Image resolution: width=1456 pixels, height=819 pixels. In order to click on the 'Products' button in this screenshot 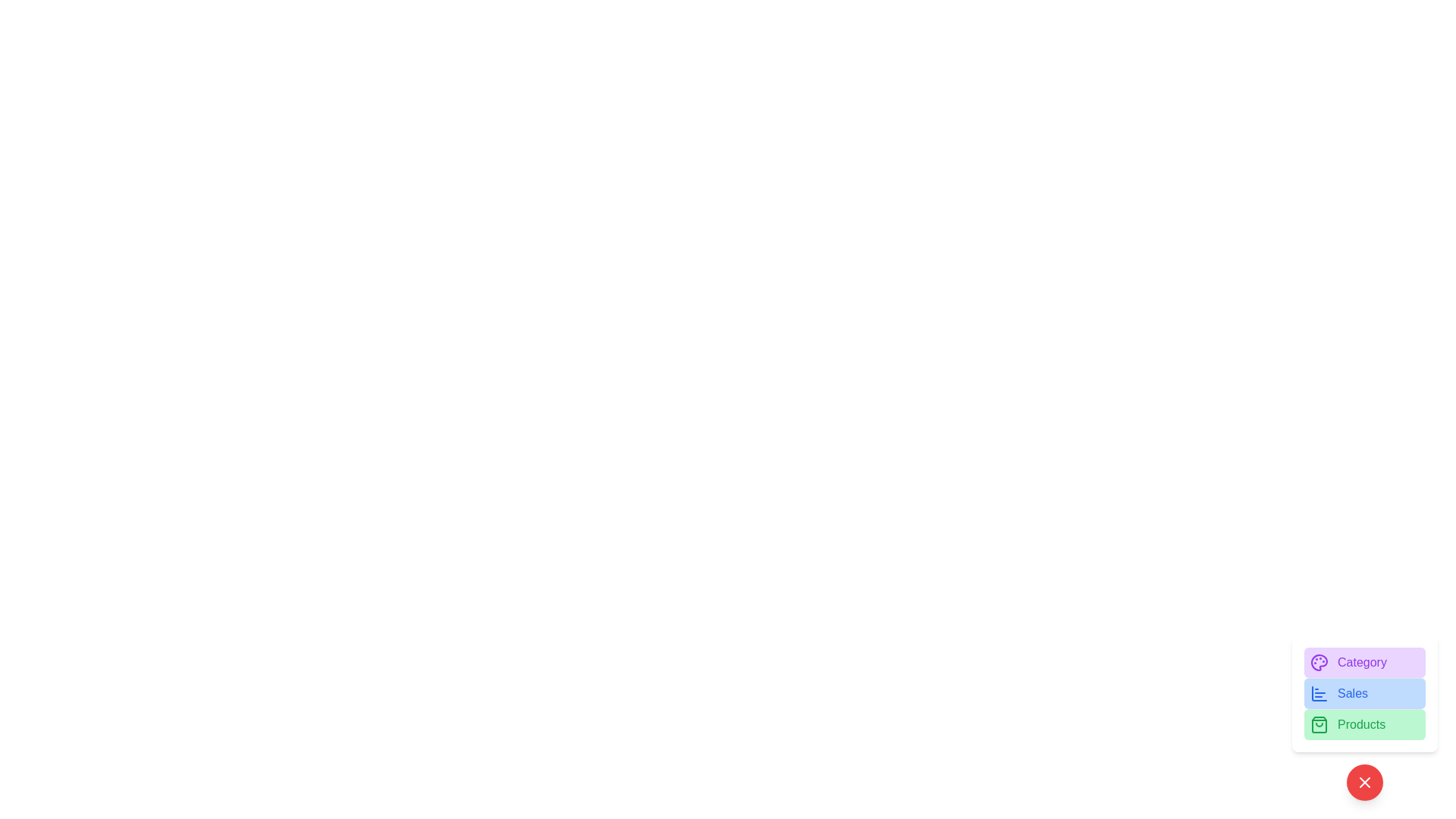, I will do `click(1365, 723)`.